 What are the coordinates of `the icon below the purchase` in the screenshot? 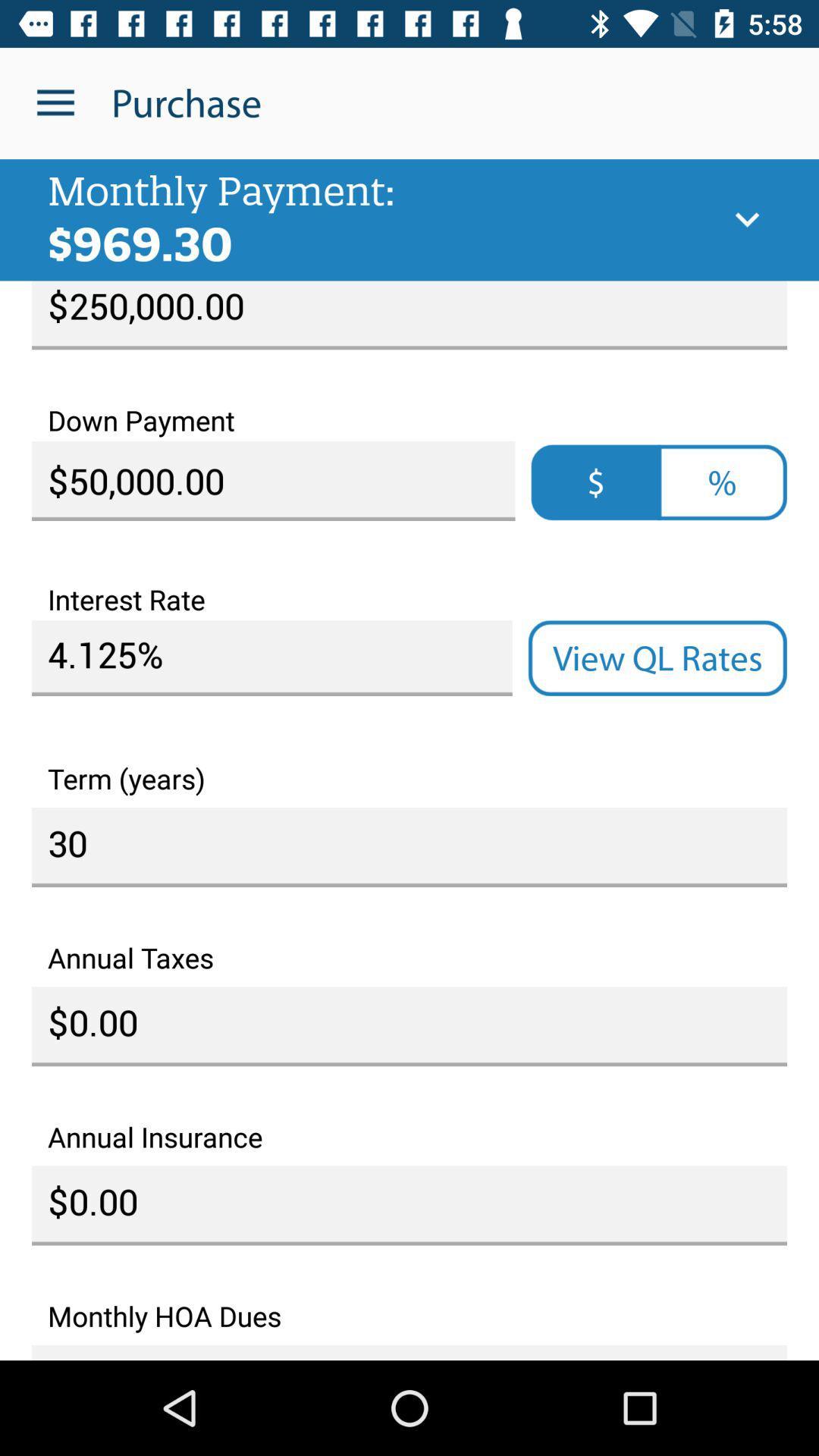 It's located at (746, 219).